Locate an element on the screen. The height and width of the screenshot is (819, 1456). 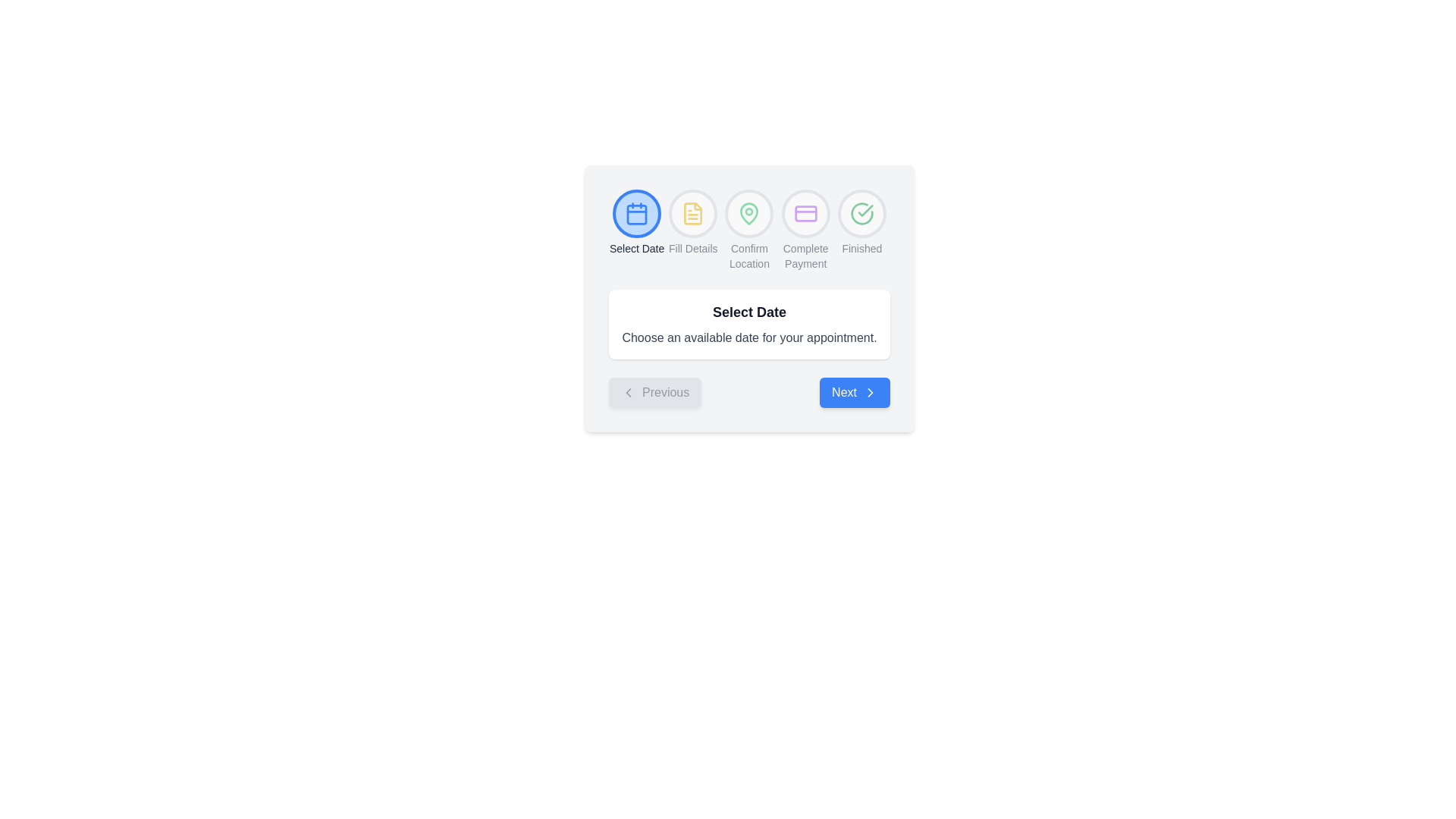
the Static Text Label displaying 'Select Date', which is prominently positioned at the top-center of the card layout is located at coordinates (749, 312).